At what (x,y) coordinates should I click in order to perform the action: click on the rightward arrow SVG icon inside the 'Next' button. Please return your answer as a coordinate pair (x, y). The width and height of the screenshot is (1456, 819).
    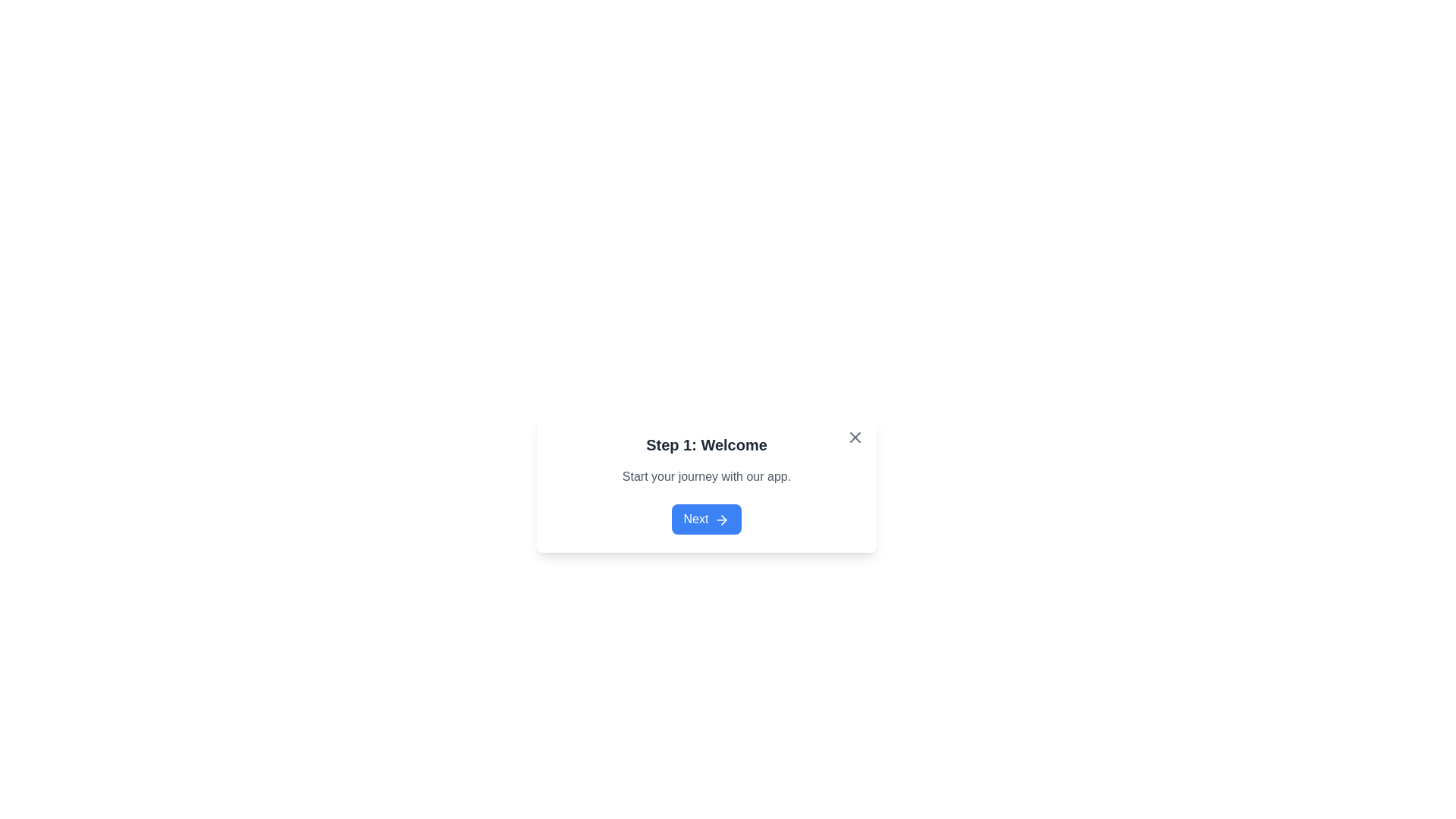
    Looking at the image, I should click on (721, 519).